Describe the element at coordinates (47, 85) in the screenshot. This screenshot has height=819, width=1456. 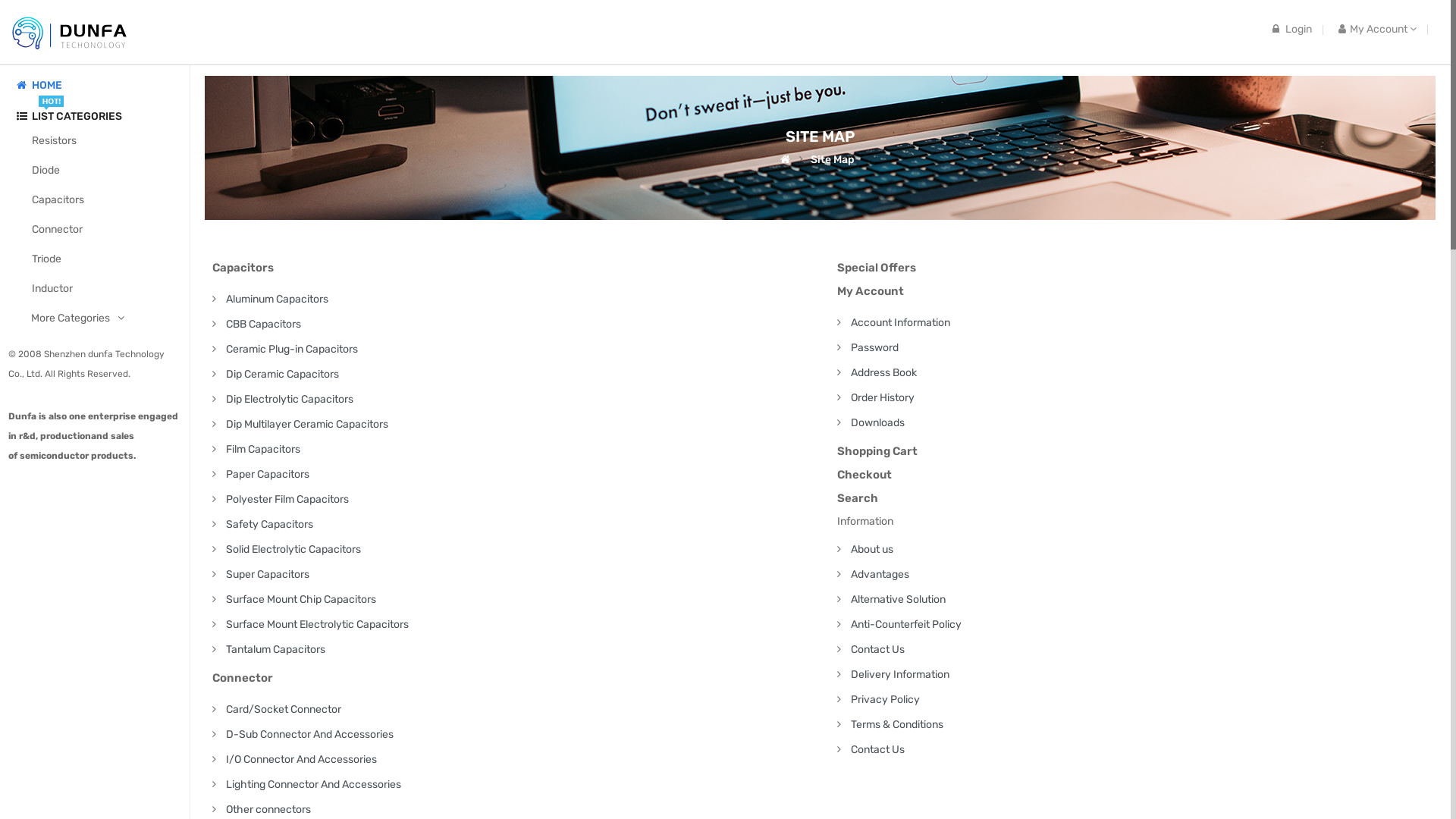
I see `'HOME'` at that location.